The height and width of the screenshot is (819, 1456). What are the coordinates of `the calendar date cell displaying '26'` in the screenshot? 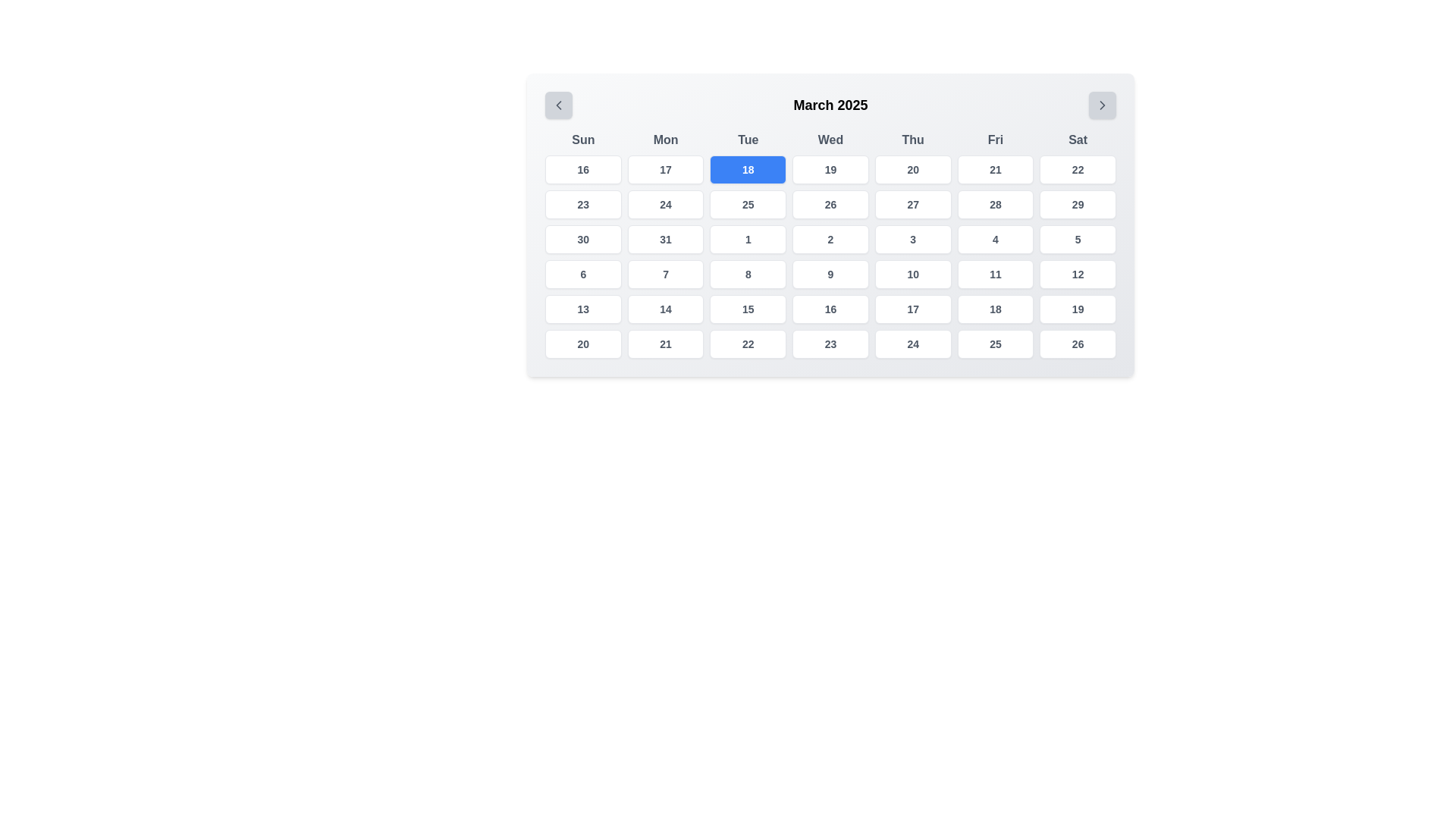 It's located at (1077, 344).